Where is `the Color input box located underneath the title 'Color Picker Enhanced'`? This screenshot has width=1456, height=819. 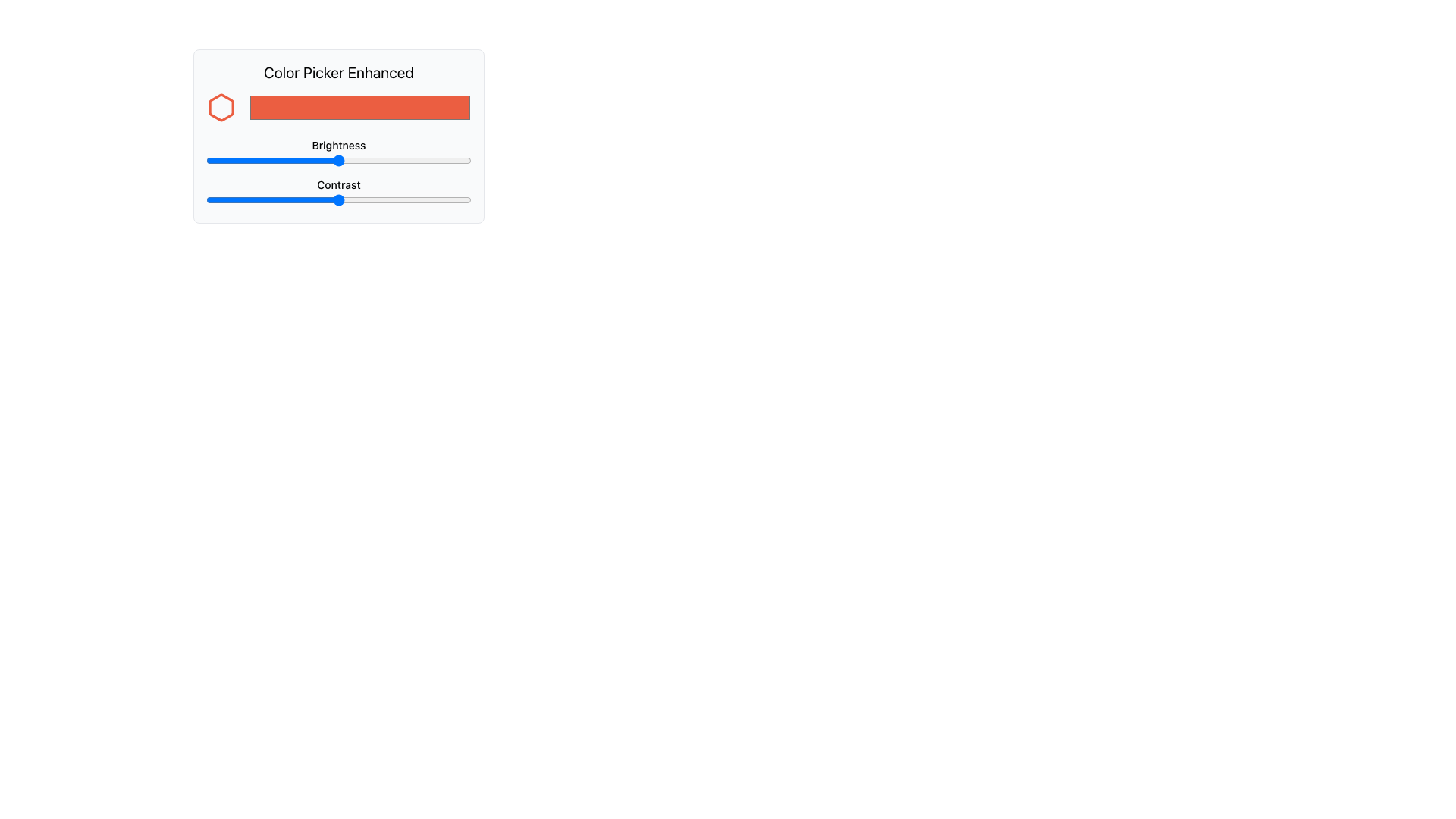 the Color input box located underneath the title 'Color Picker Enhanced' is located at coordinates (359, 107).